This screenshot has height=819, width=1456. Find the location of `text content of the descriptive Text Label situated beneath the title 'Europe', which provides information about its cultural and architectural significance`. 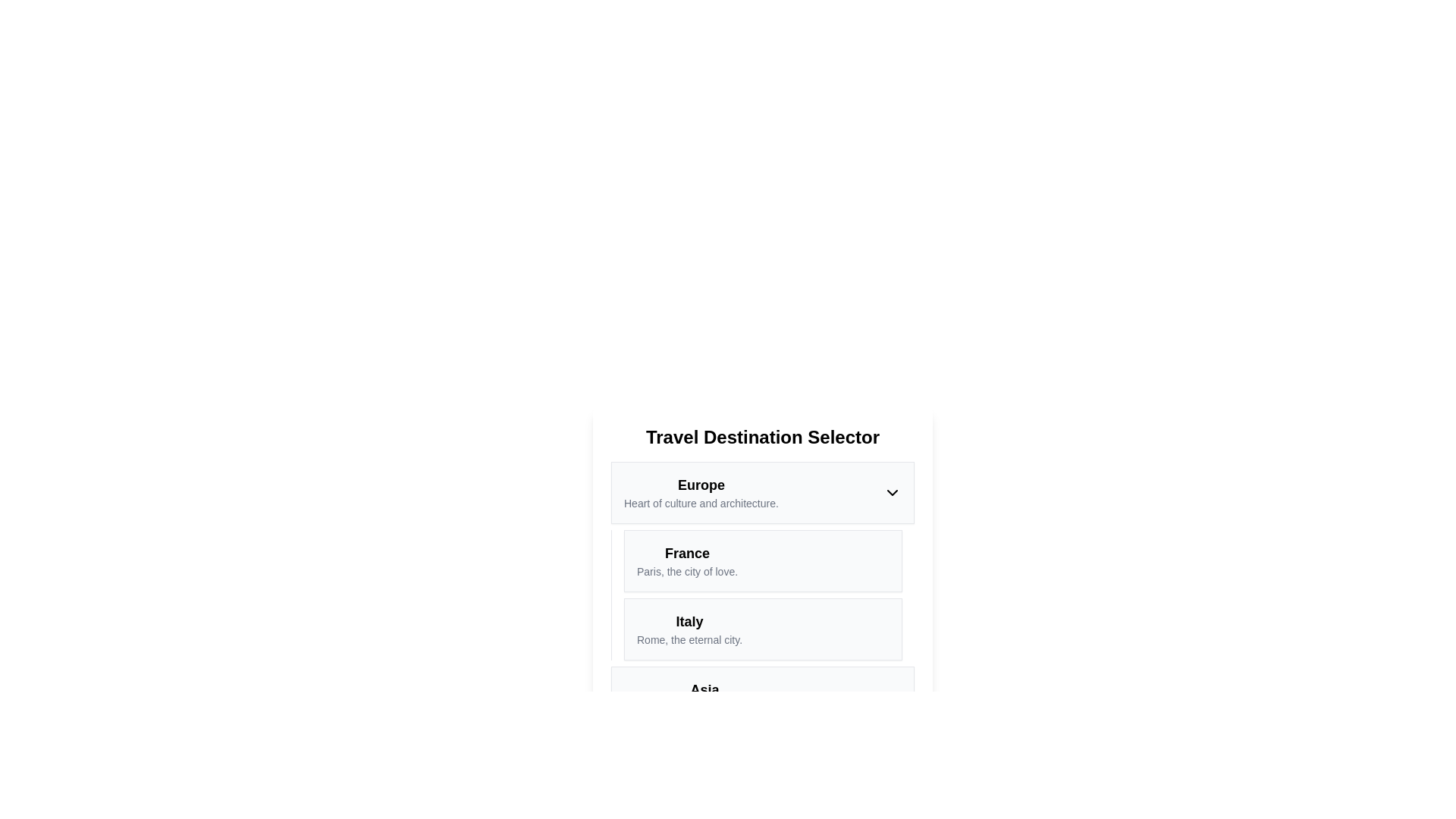

text content of the descriptive Text Label situated beneath the title 'Europe', which provides information about its cultural and architectural significance is located at coordinates (700, 503).